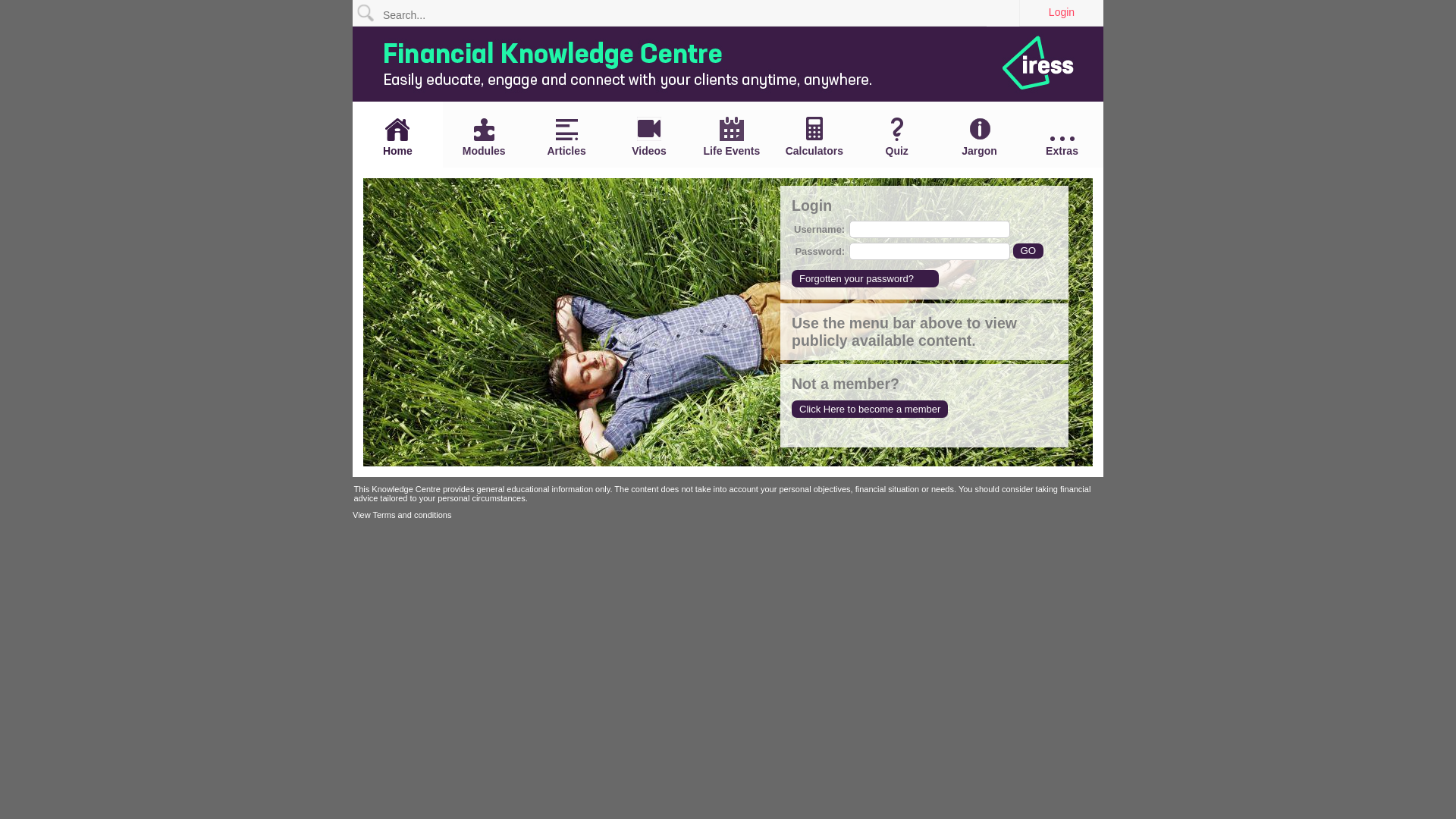 The width and height of the screenshot is (1456, 819). I want to click on 'Extras', so click(1061, 146).